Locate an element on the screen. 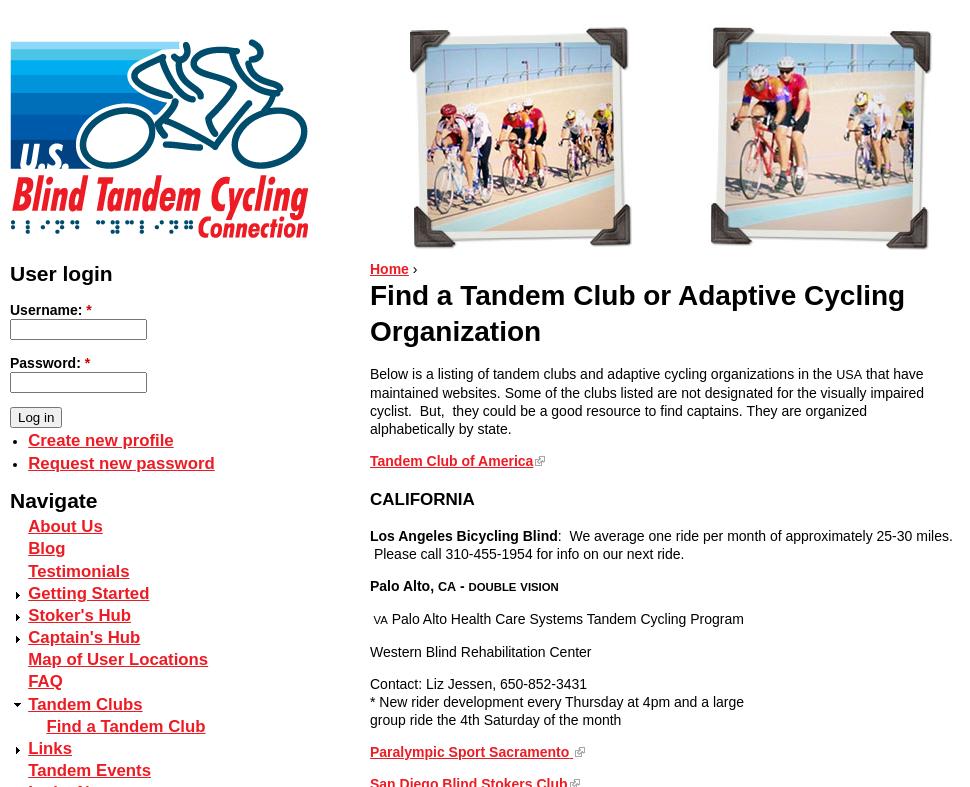 This screenshot has height=787, width=970. 'Navigate' is located at coordinates (52, 499).